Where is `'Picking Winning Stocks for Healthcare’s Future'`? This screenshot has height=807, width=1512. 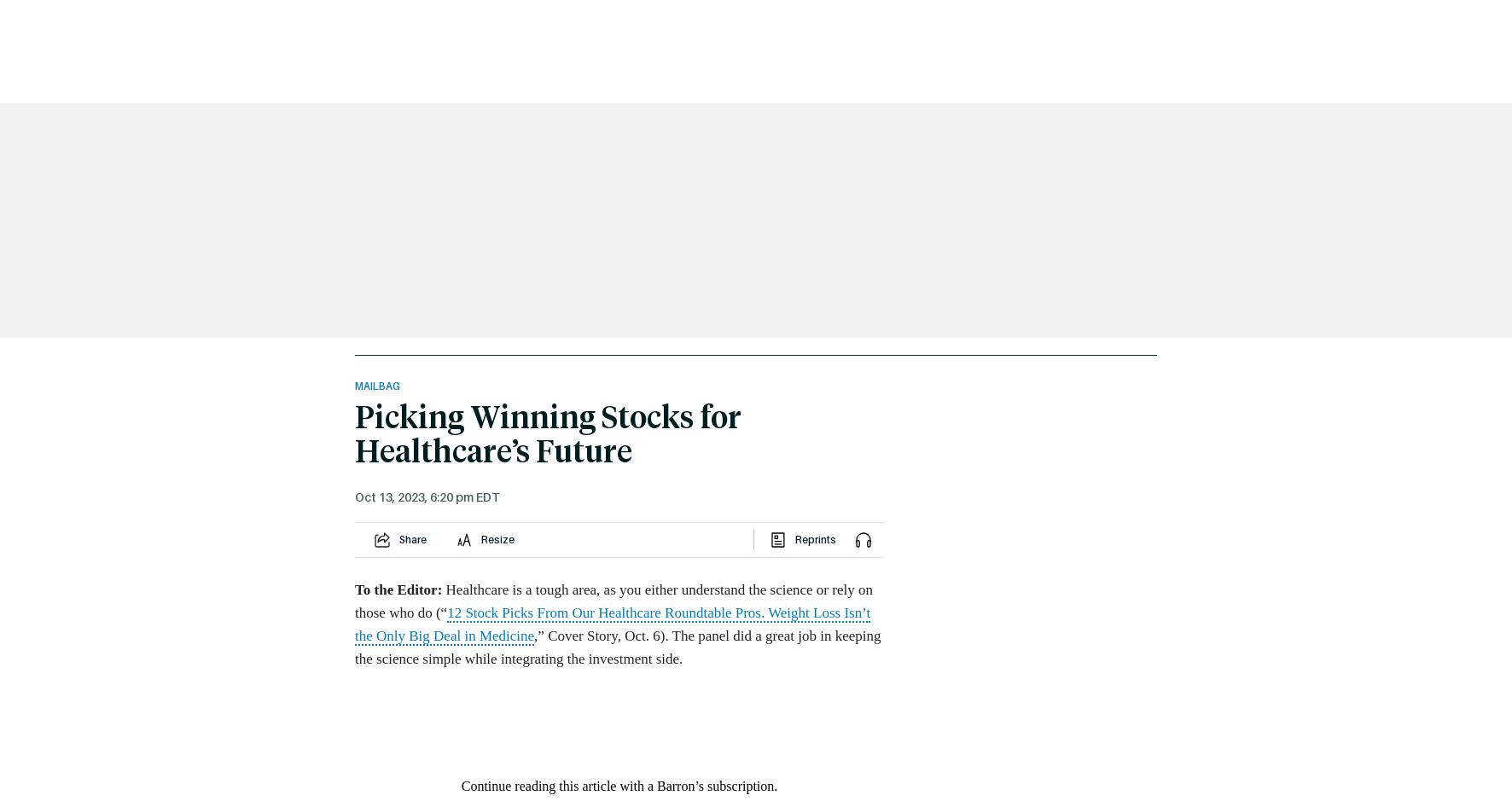
'Picking Winning Stocks for Healthcare’s Future' is located at coordinates (548, 436).